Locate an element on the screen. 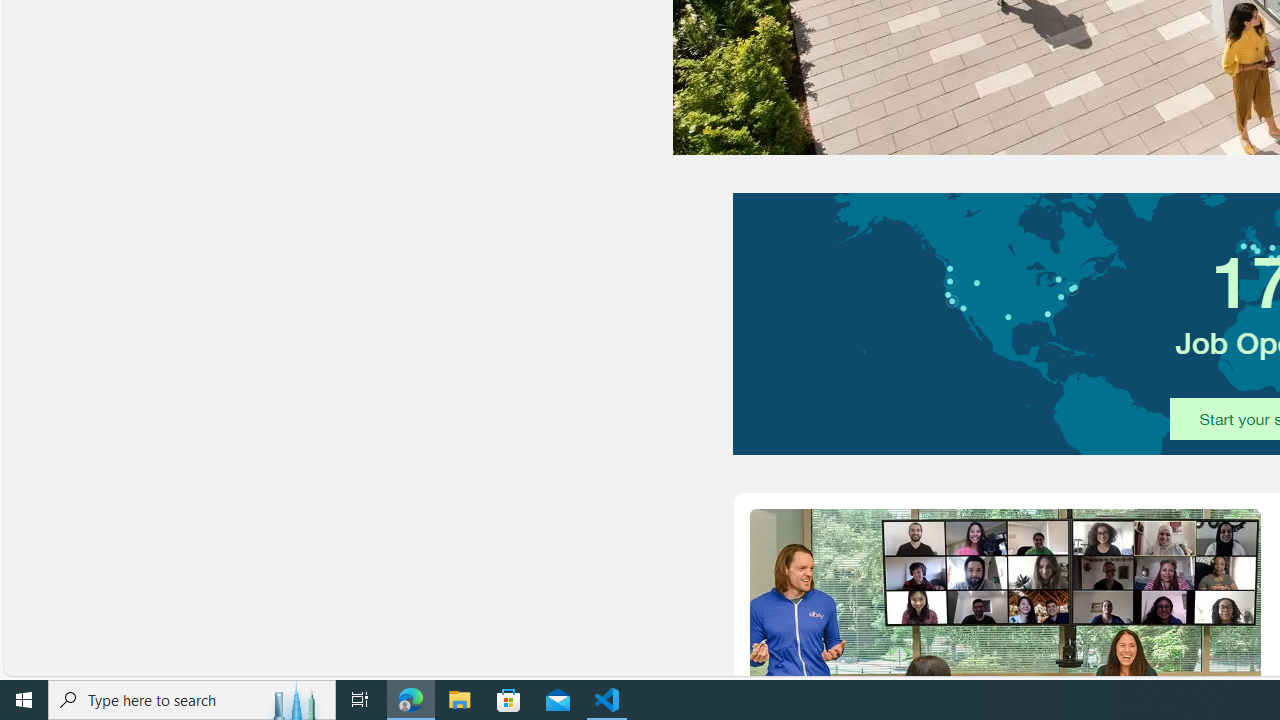 The width and height of the screenshot is (1280, 720). 'Task View' is located at coordinates (359, 698).